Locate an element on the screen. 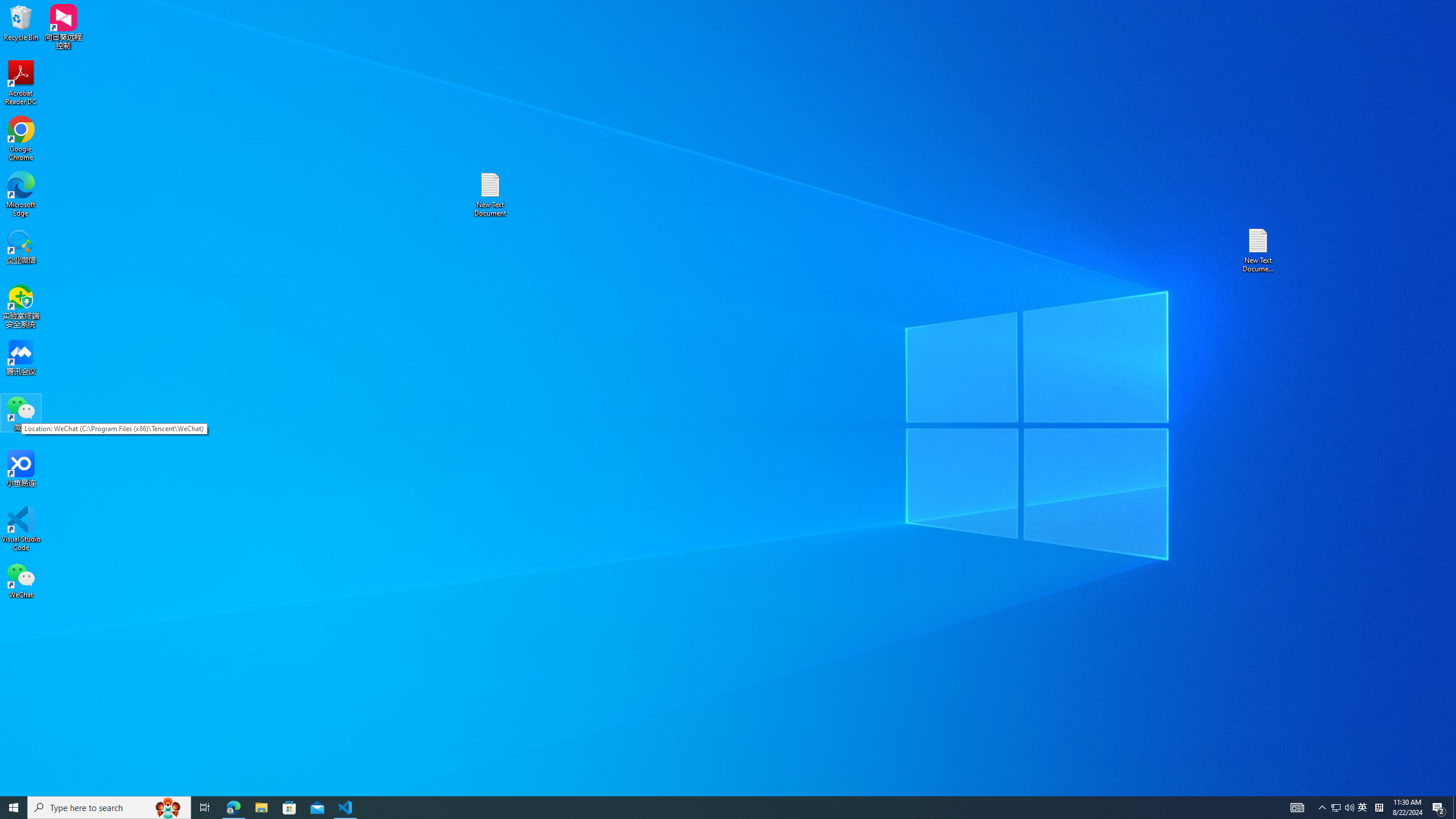  'AutomationID: 4105' is located at coordinates (1296, 806).